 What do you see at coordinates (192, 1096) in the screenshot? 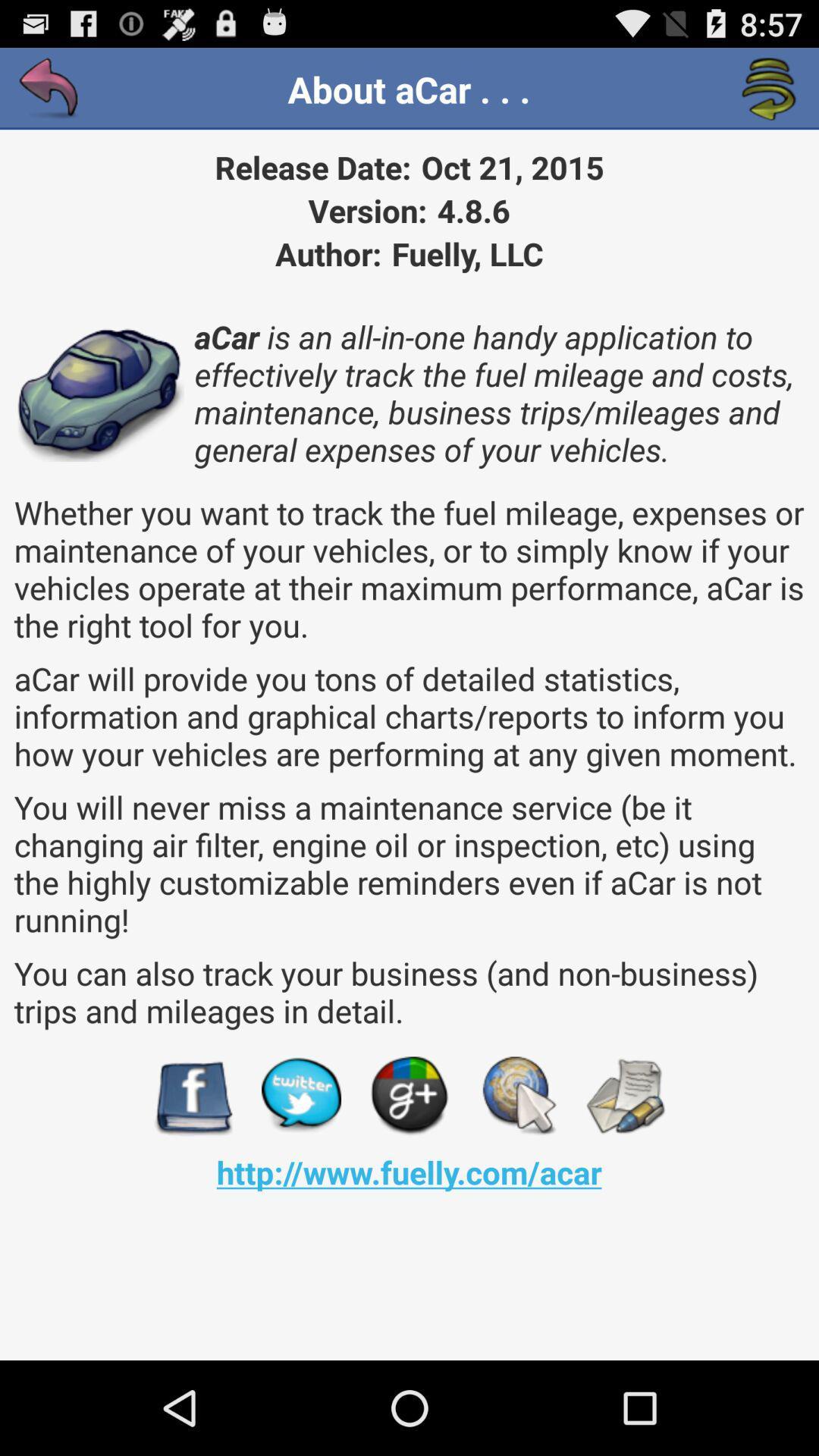
I see `facebook` at bounding box center [192, 1096].